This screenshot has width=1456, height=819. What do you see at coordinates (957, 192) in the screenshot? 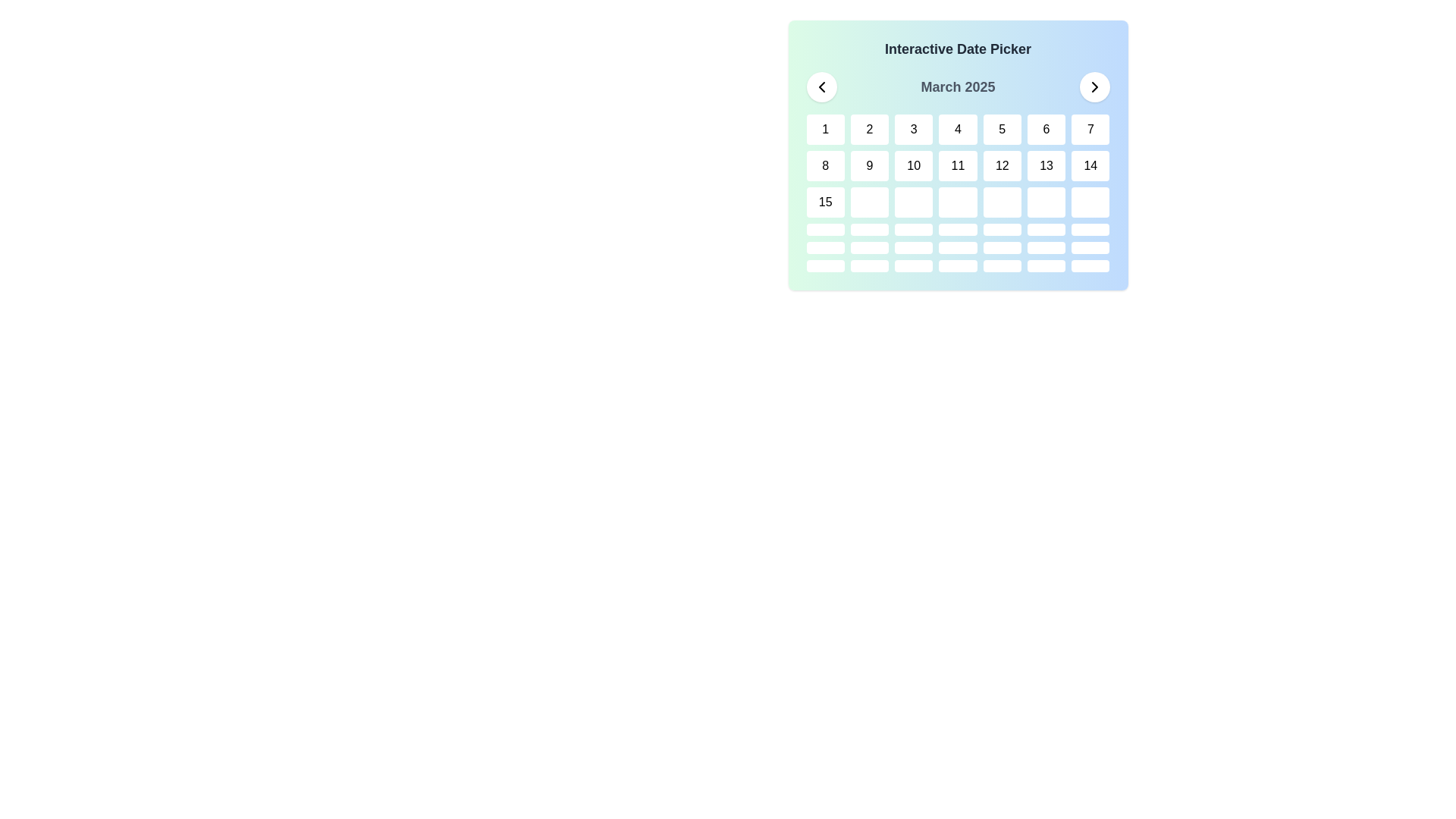
I see `a cell` at bounding box center [957, 192].